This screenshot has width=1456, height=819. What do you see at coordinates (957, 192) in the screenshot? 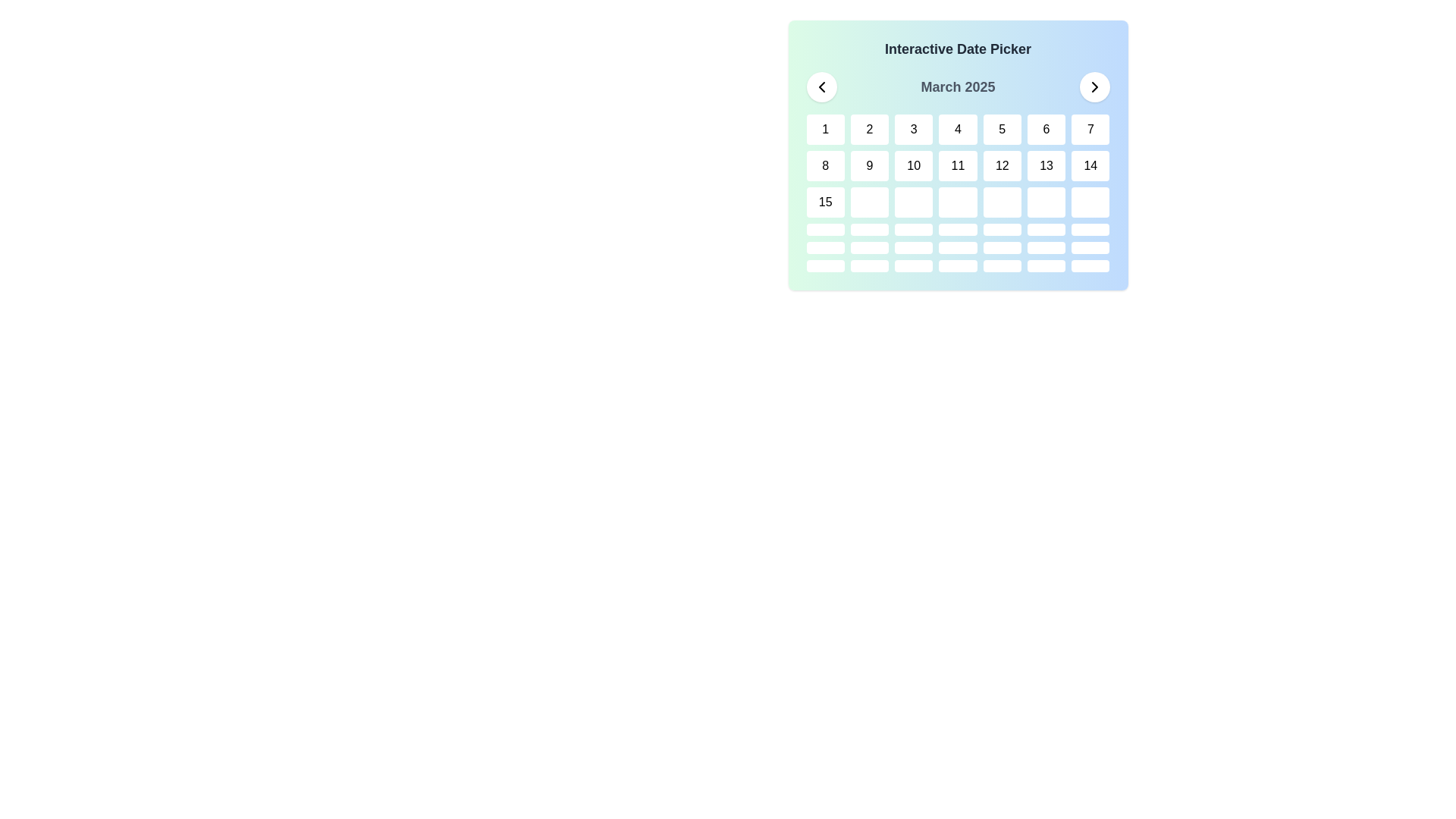
I see `a cell` at bounding box center [957, 192].